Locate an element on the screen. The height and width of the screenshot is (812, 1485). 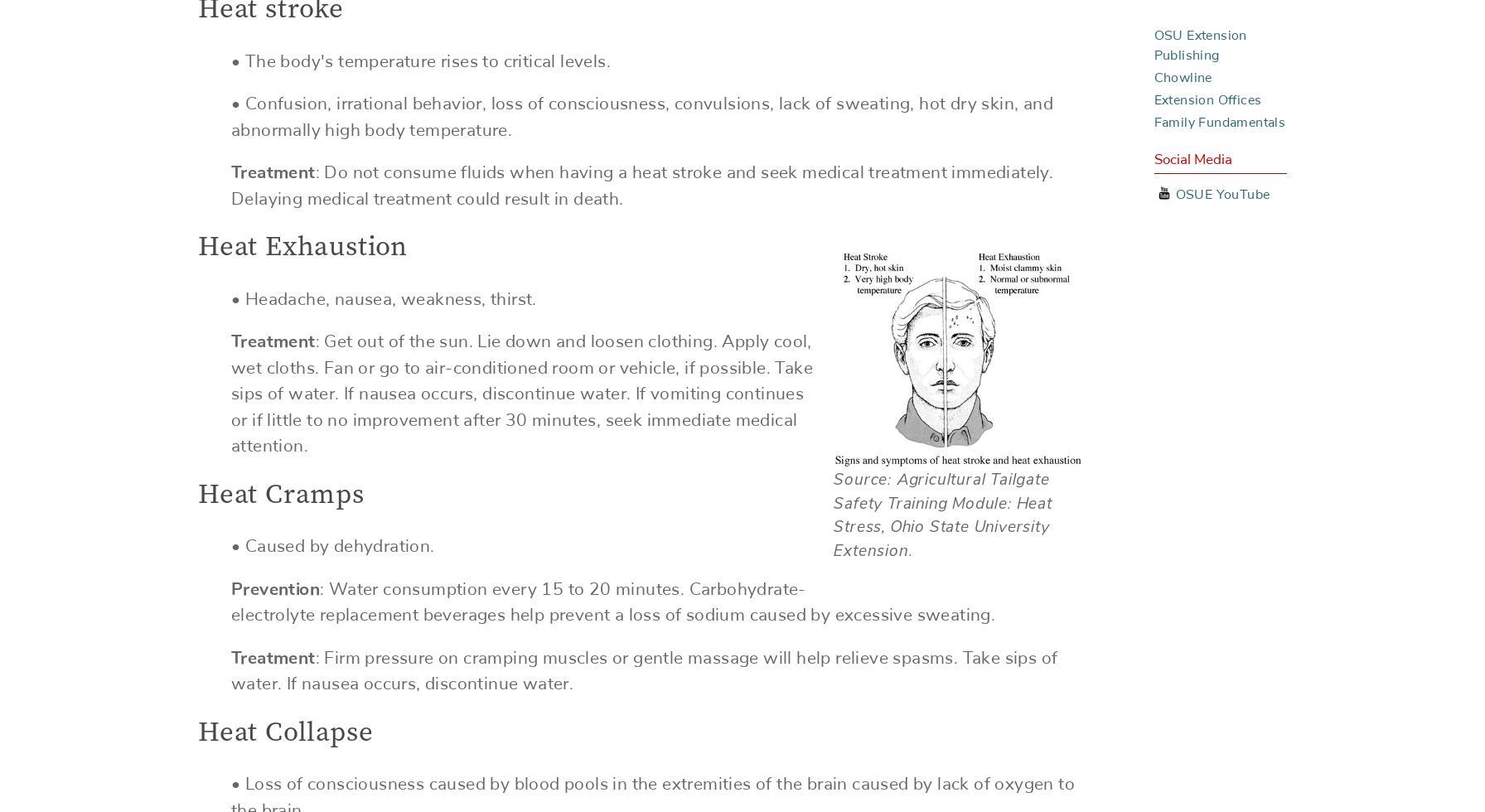
'• Caused by dehydration.' is located at coordinates (332, 546).